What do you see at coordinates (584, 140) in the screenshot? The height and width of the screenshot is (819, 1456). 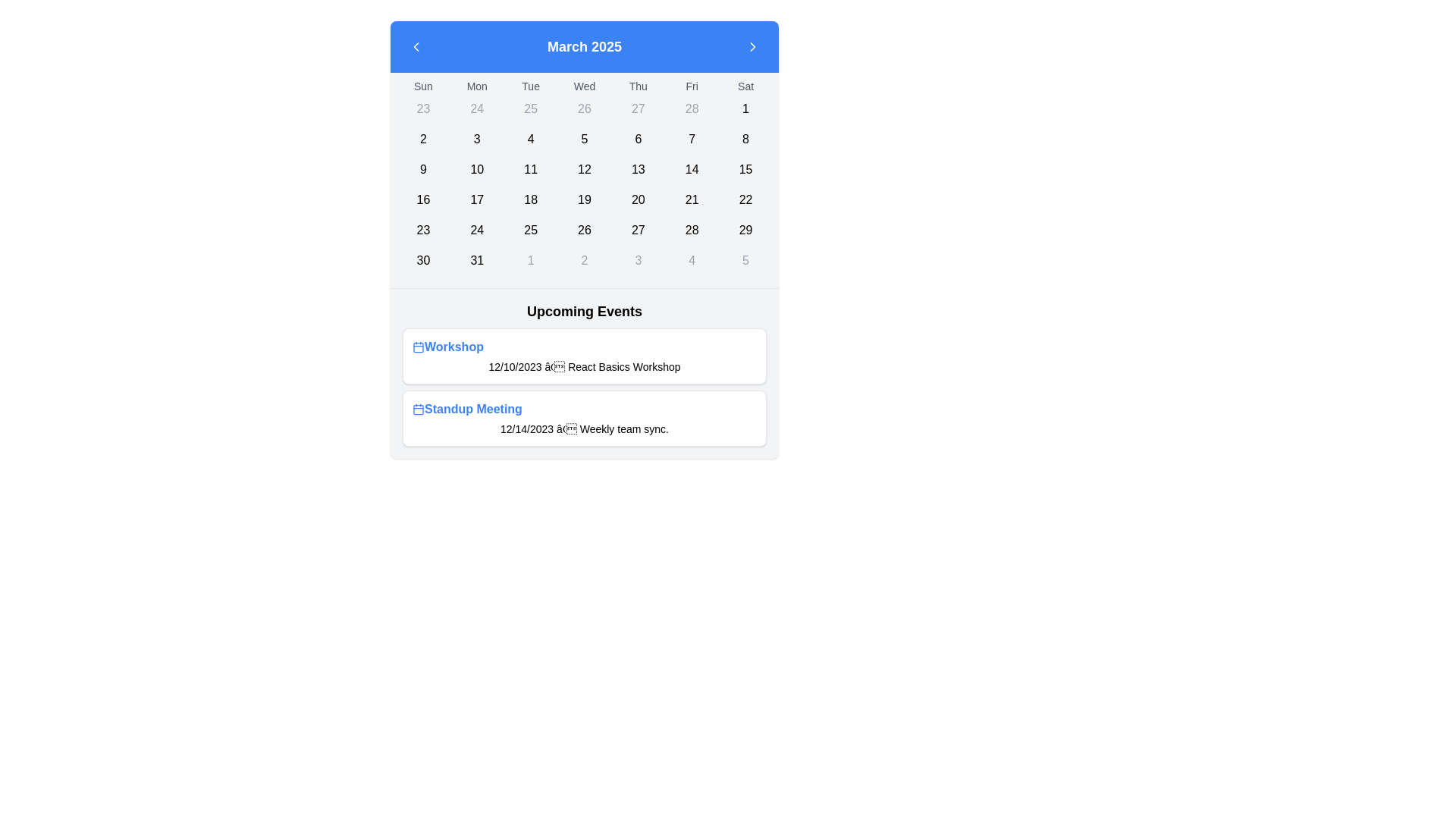 I see `the calendar day cell representing the date '5' in the March 2025 calendar, located in the third row and fourth column` at bounding box center [584, 140].